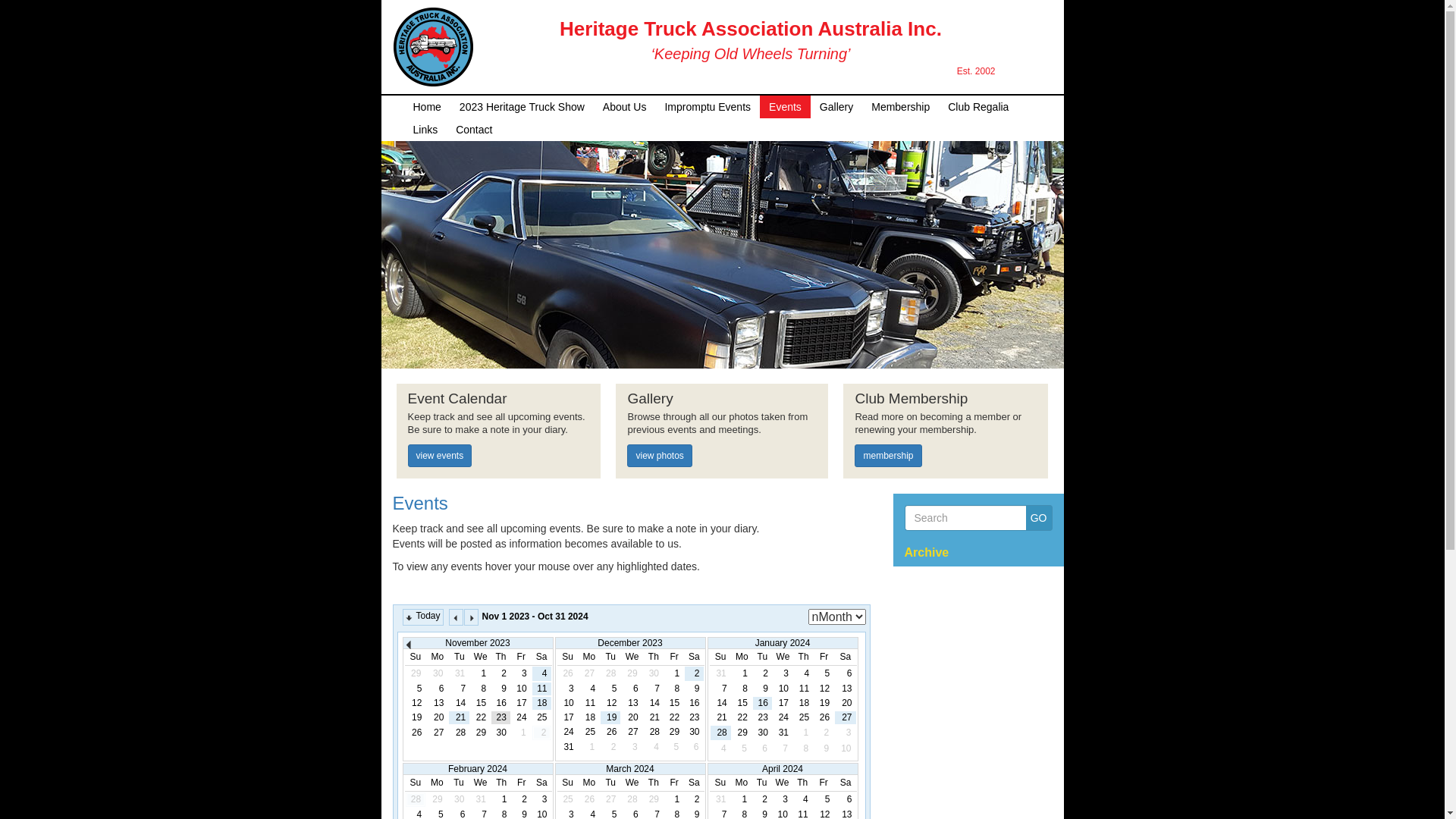 Image resolution: width=1456 pixels, height=819 pixels. I want to click on '26', so click(416, 732).